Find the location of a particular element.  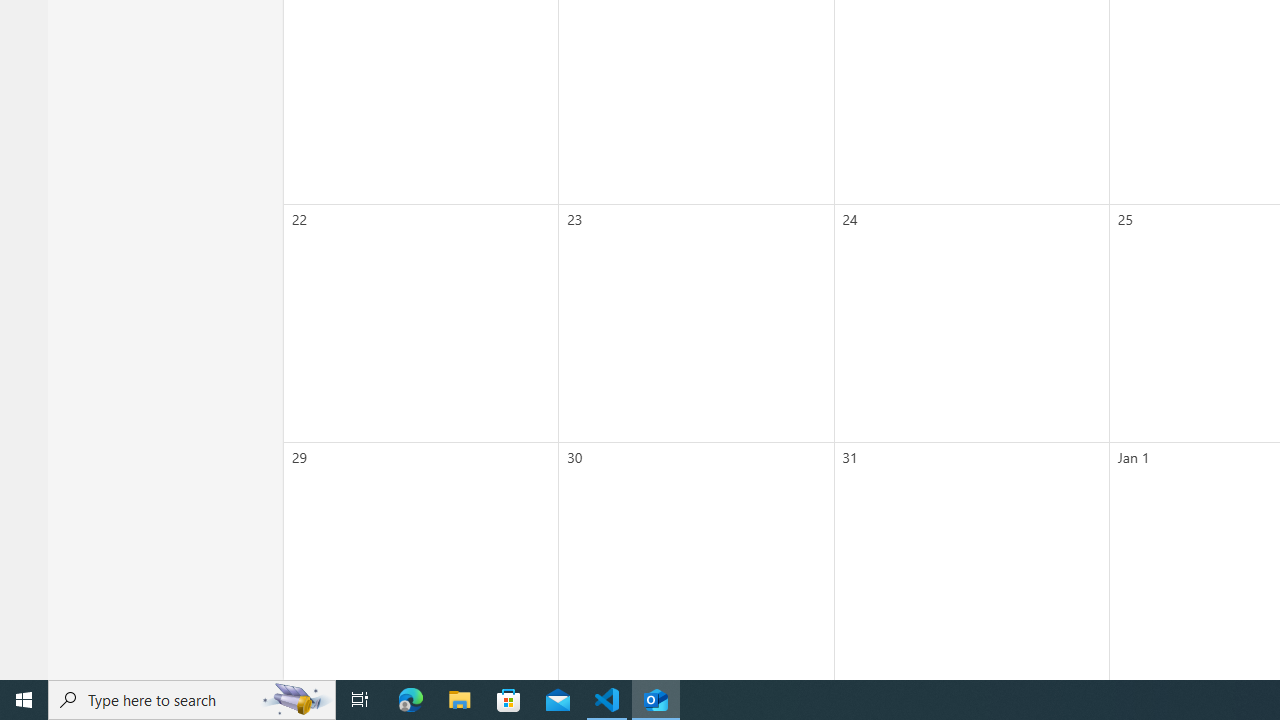

'File Explorer' is located at coordinates (459, 698).